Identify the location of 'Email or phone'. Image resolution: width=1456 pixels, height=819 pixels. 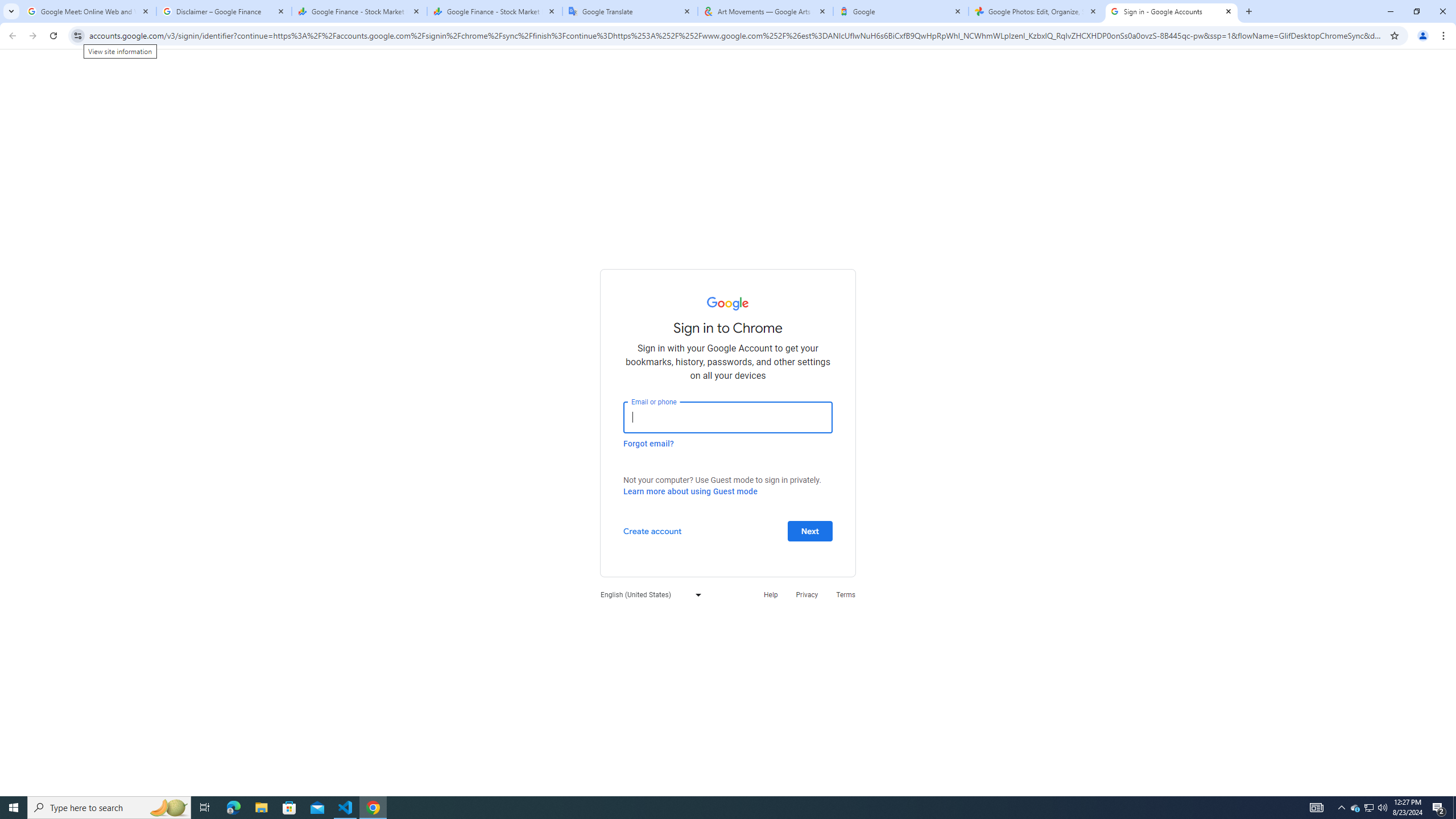
(728, 416).